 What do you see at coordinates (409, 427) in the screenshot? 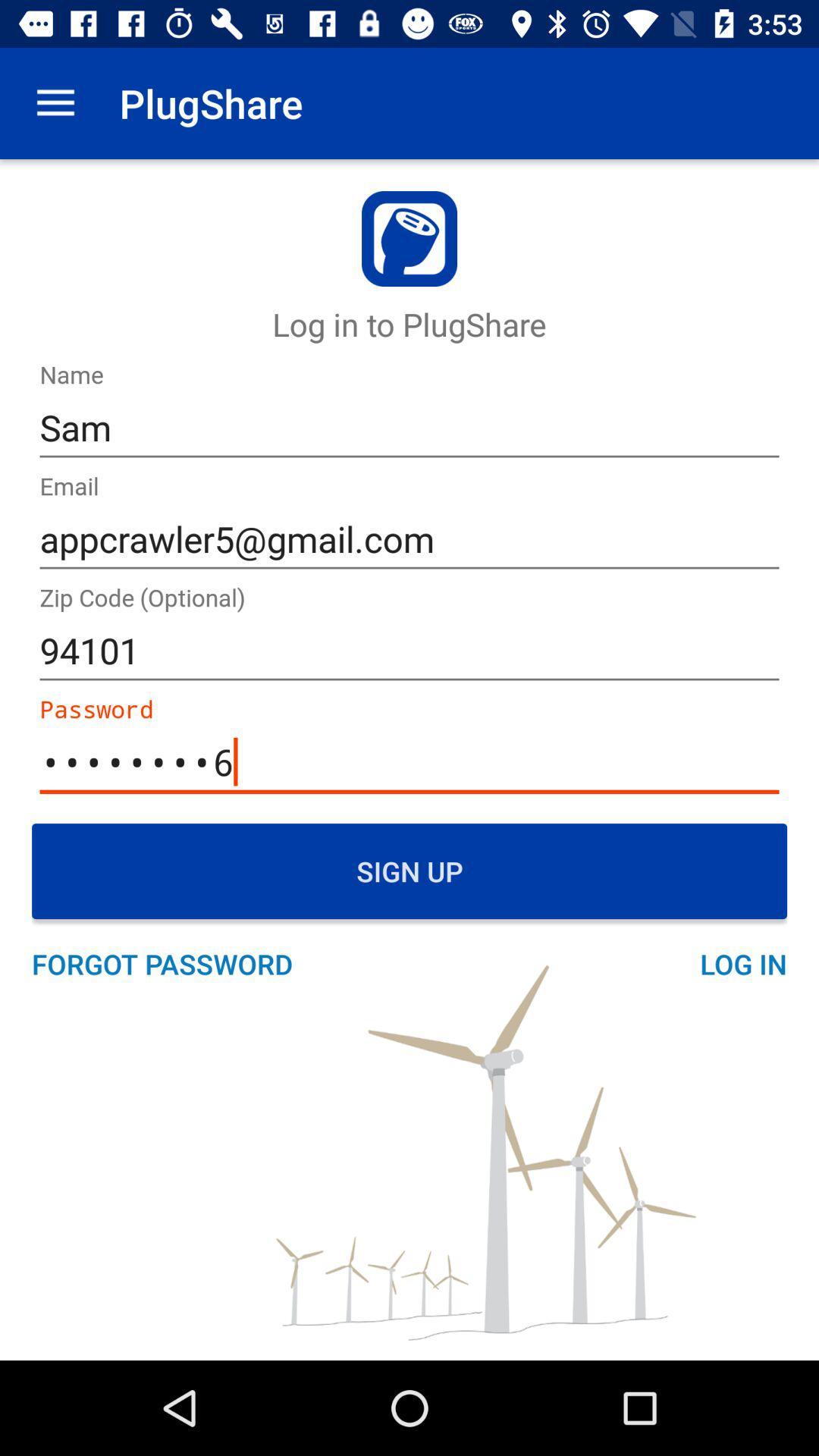
I see `item below the log in to` at bounding box center [409, 427].